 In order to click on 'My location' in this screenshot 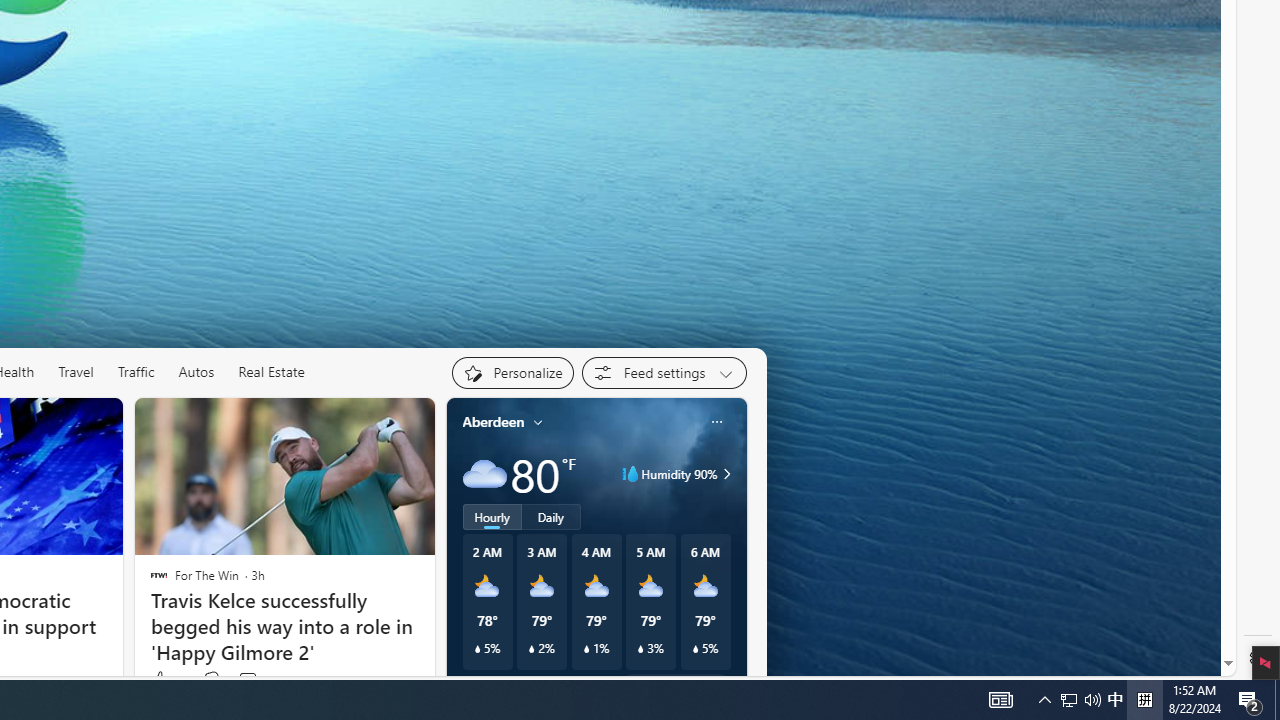, I will do `click(538, 420)`.